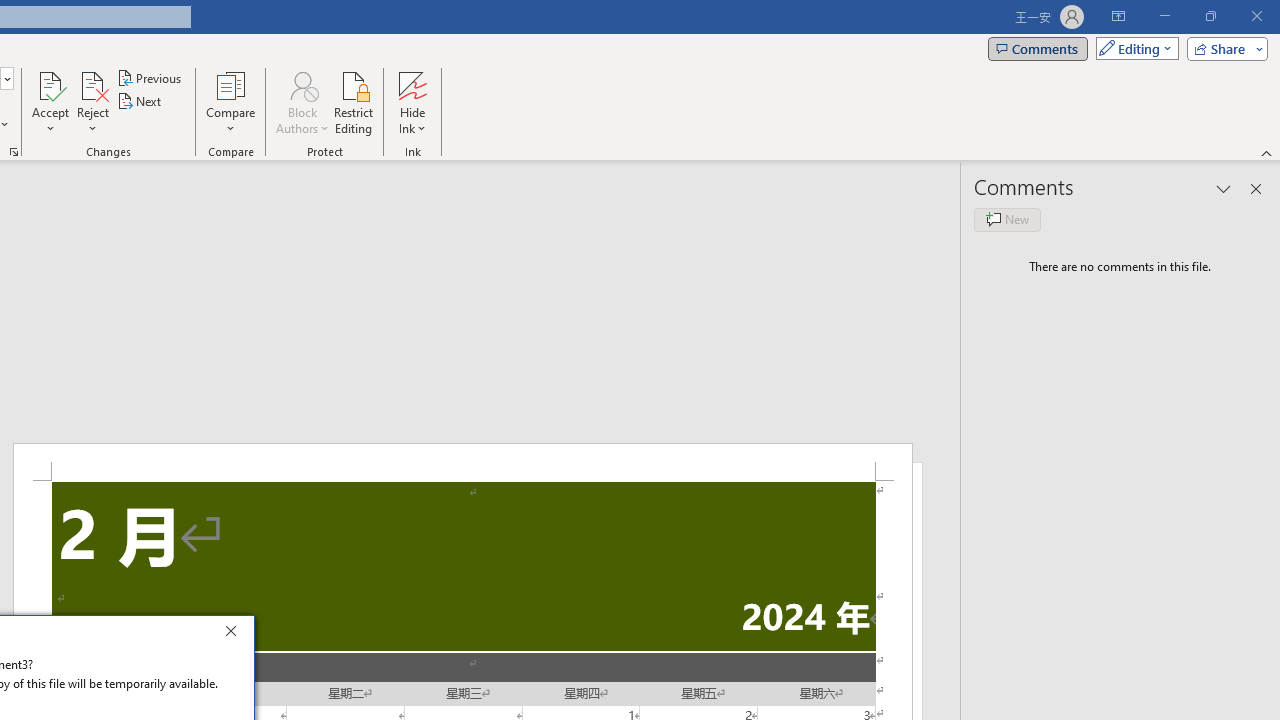  Describe the element at coordinates (50, 103) in the screenshot. I see `'Accept'` at that location.